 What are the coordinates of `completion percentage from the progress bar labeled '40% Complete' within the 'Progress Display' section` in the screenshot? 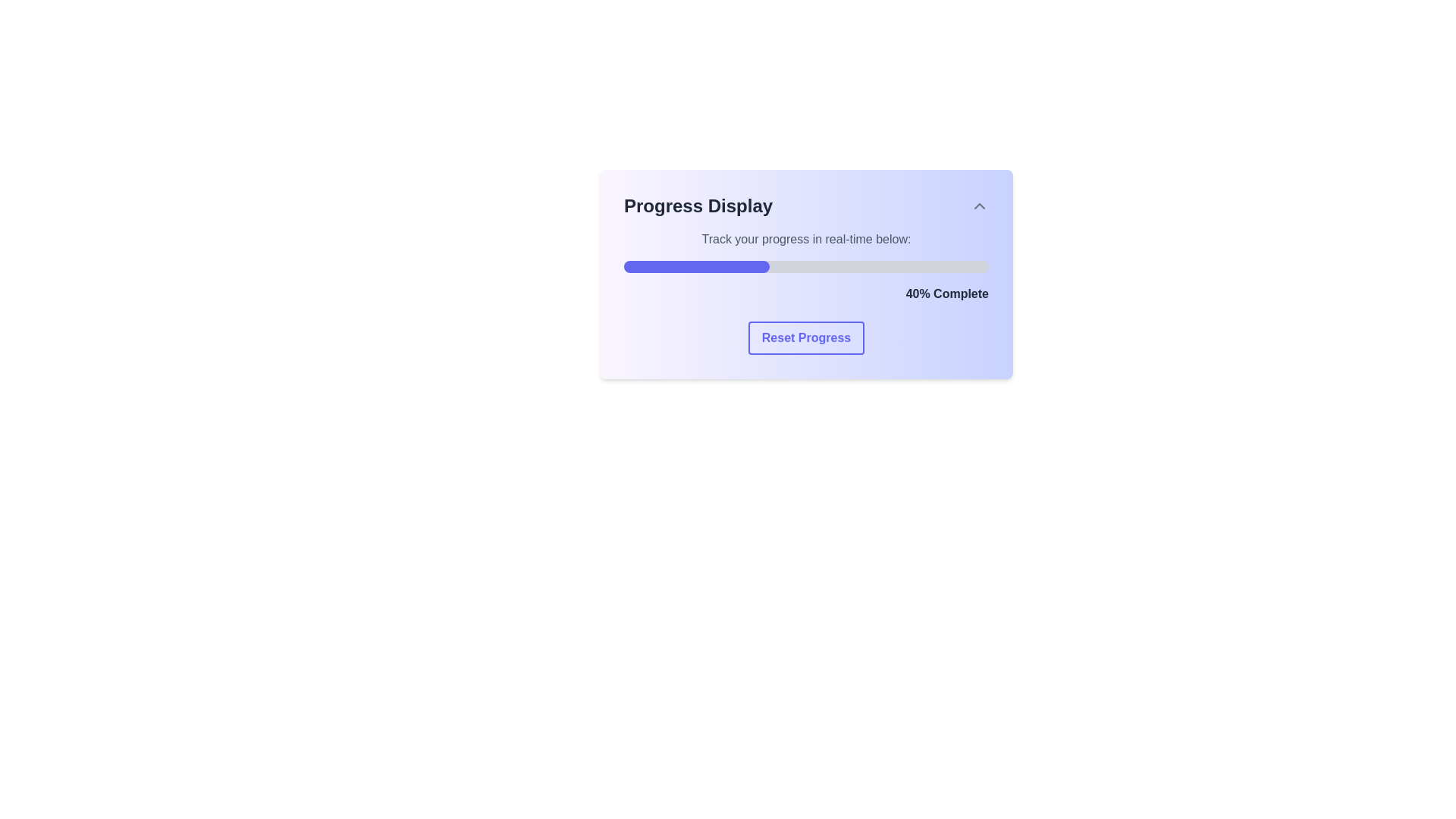 It's located at (805, 265).